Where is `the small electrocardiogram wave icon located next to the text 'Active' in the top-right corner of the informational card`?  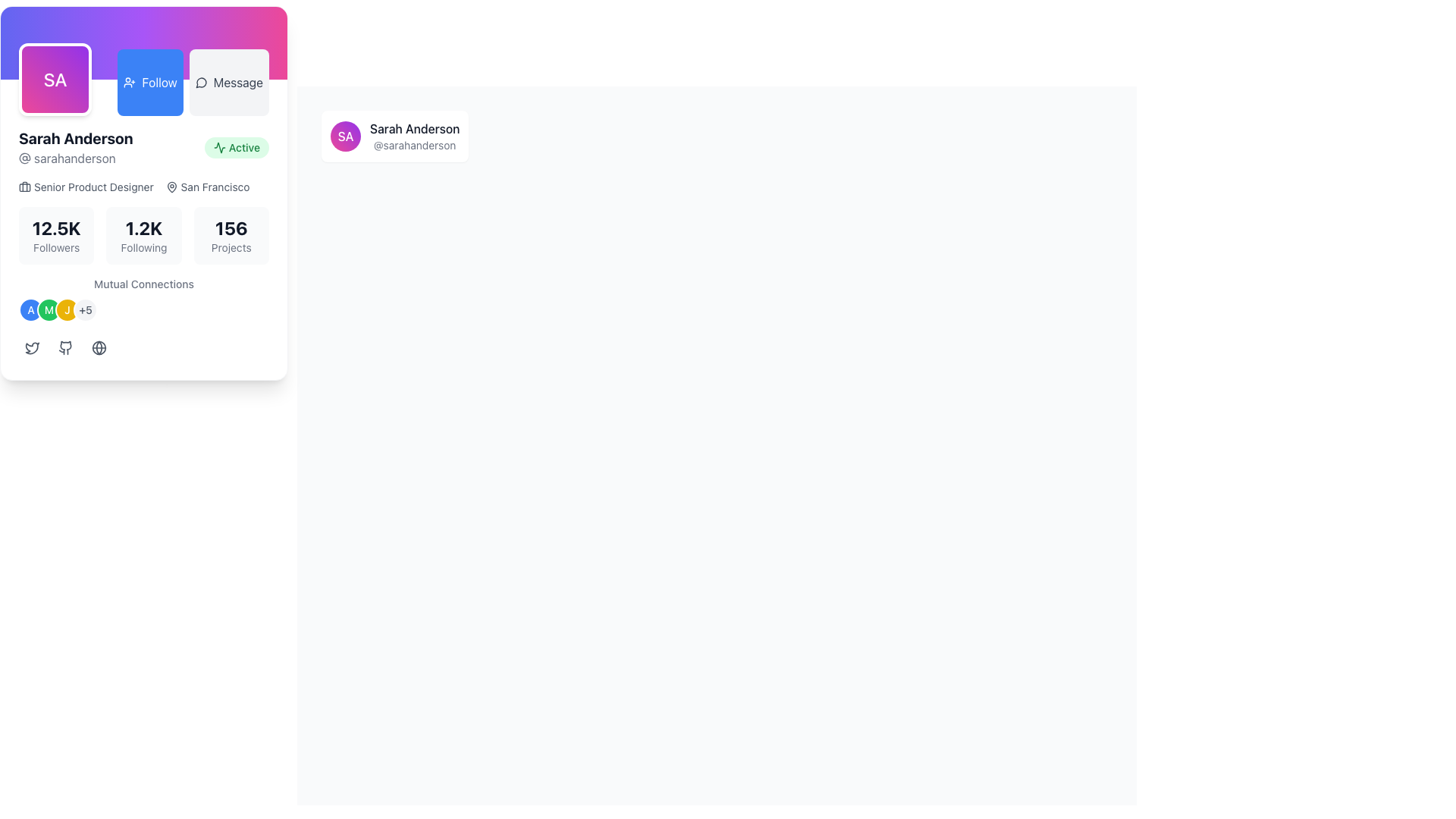 the small electrocardiogram wave icon located next to the text 'Active' in the top-right corner of the informational card is located at coordinates (218, 148).